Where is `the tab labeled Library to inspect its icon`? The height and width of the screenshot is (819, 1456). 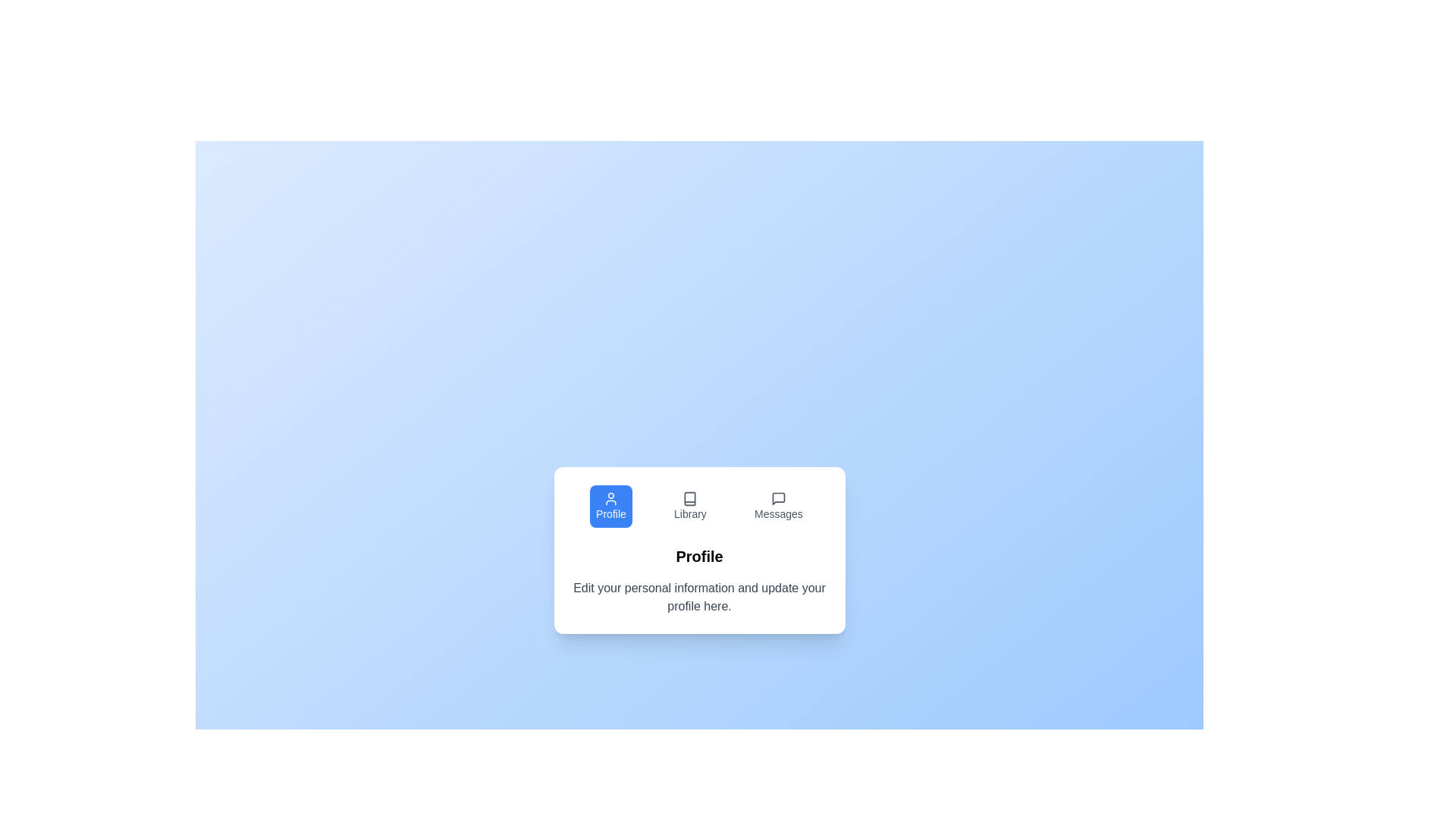 the tab labeled Library to inspect its icon is located at coordinates (689, 506).